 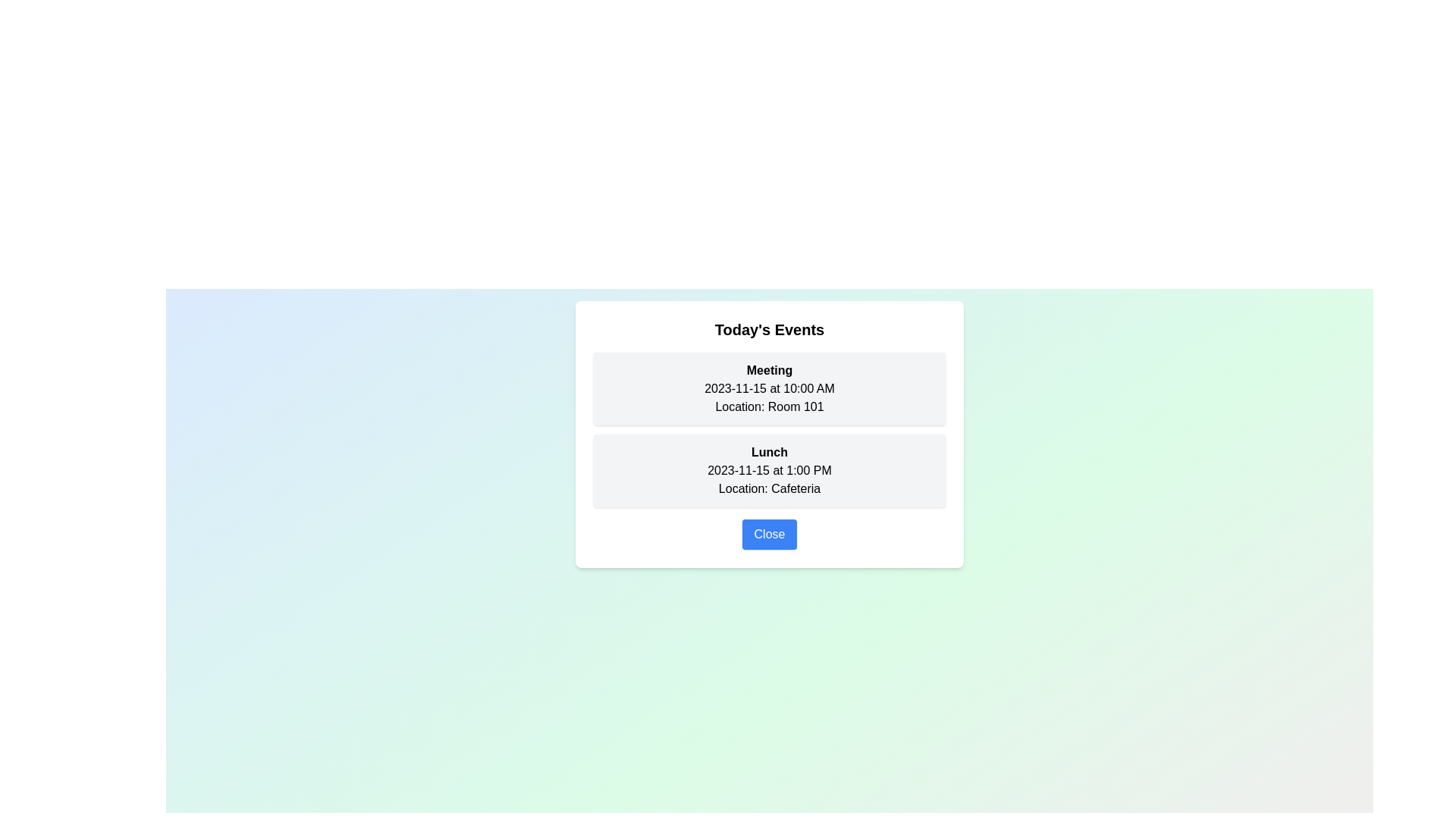 What do you see at coordinates (769, 698) in the screenshot?
I see `the background gradient` at bounding box center [769, 698].